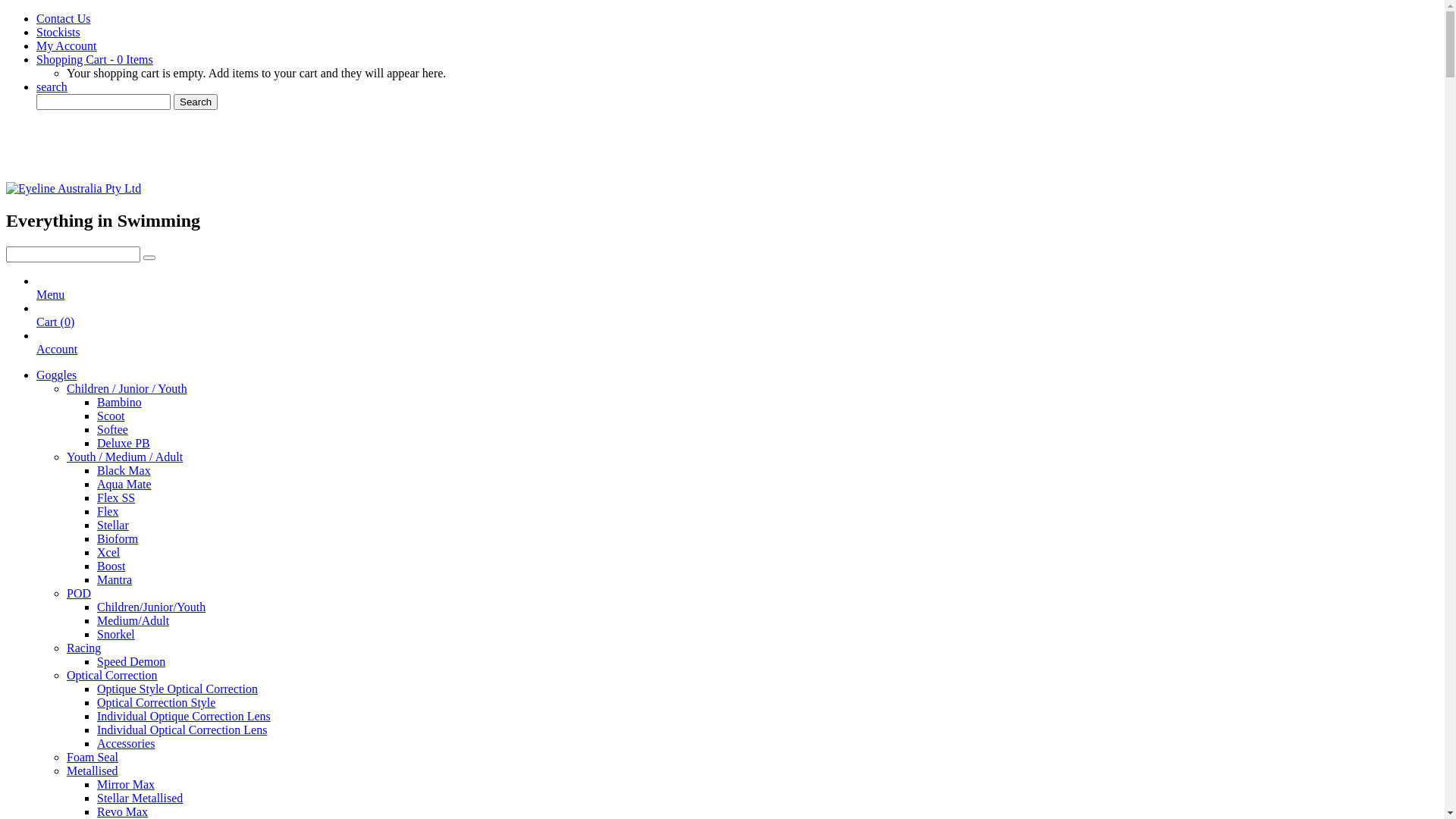 The image size is (1456, 819). Describe the element at coordinates (58, 32) in the screenshot. I see `'Stockists'` at that location.